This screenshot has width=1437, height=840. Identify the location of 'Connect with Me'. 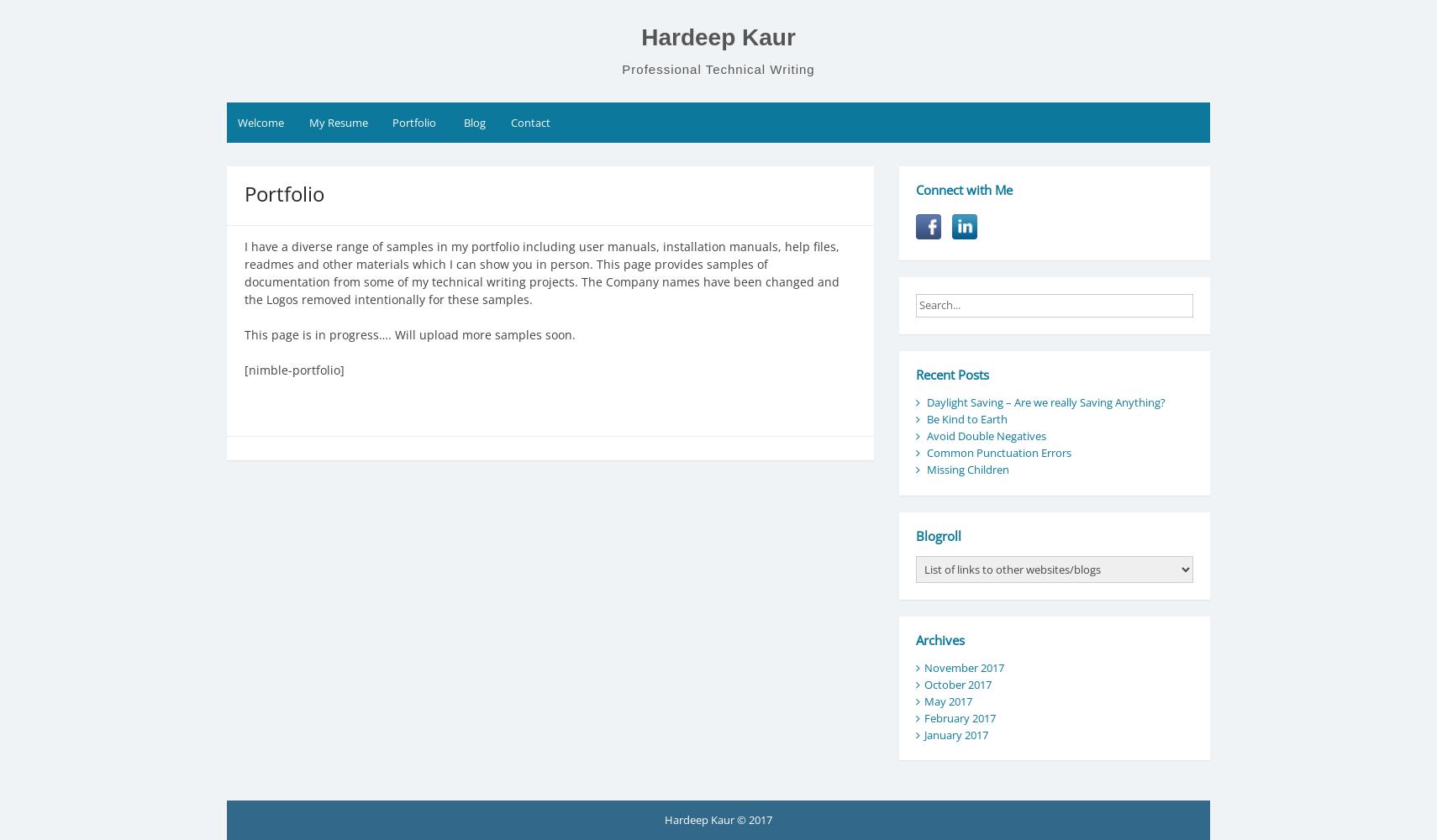
(962, 189).